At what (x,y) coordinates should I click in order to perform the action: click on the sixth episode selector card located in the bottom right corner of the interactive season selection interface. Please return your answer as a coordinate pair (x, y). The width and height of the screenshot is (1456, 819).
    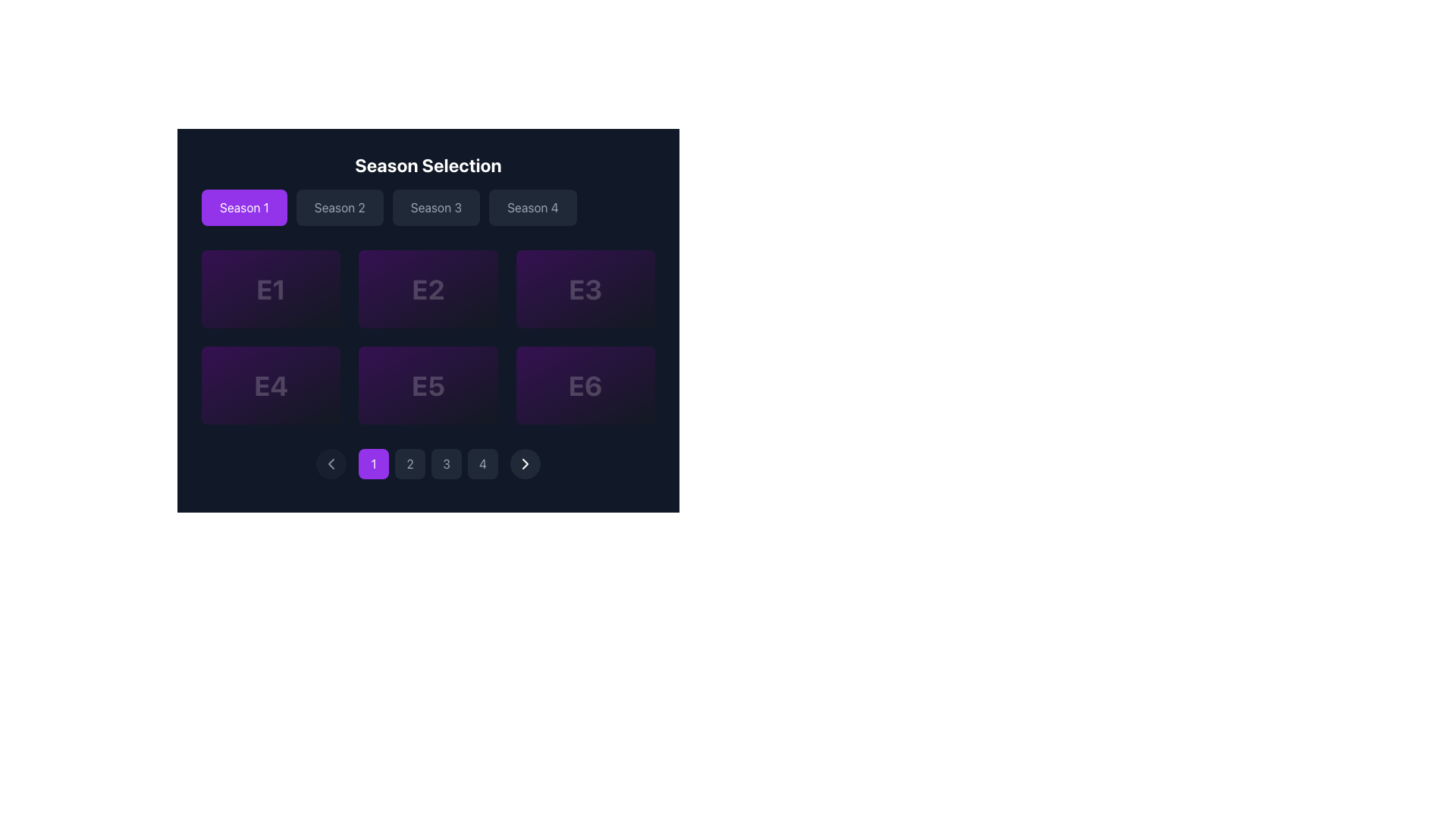
    Looking at the image, I should click on (585, 384).